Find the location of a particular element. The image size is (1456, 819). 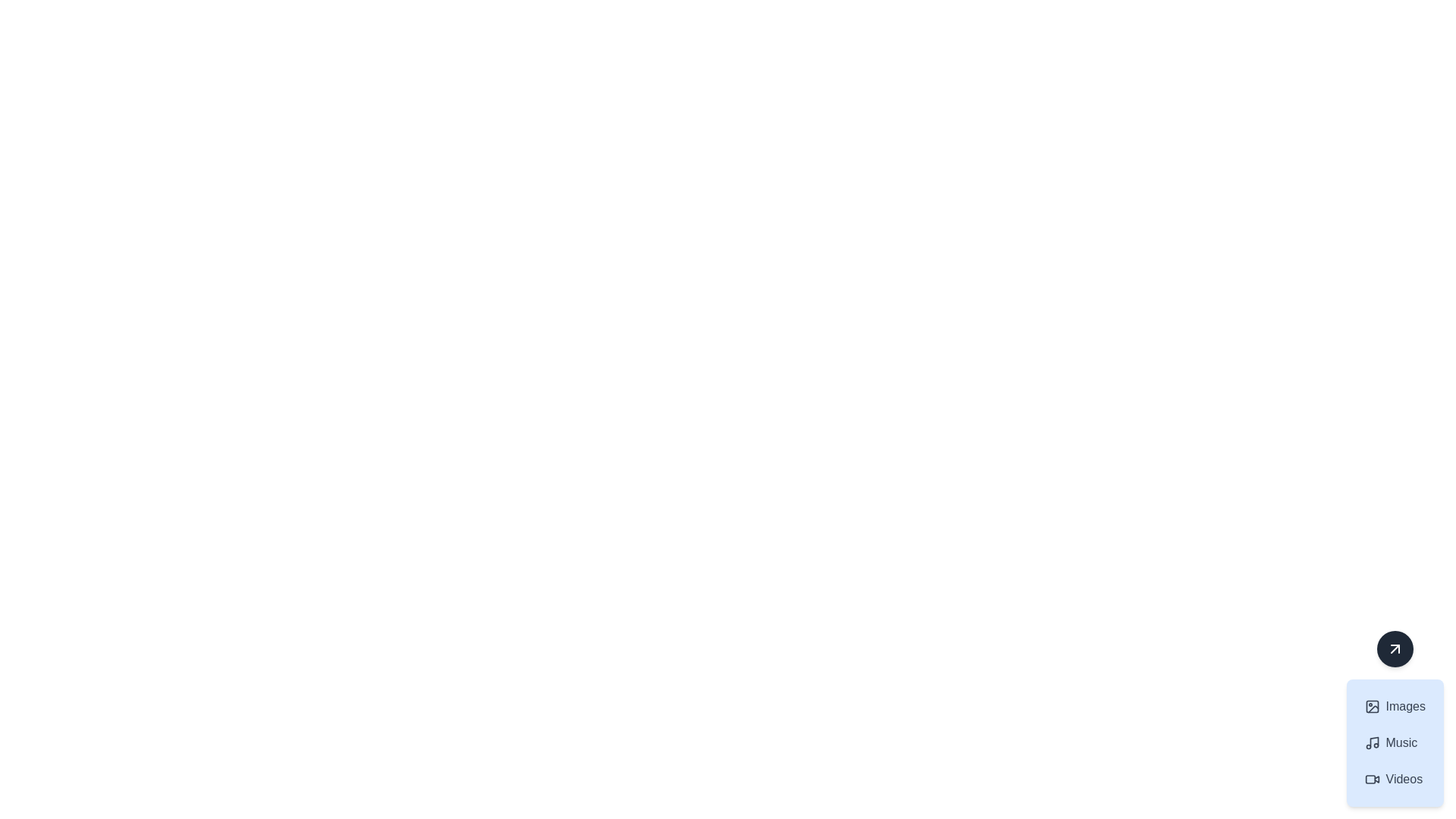

the musical note icon which is styled in gray color and located to the immediate left of the 'Music' text label in a vertical menu list is located at coordinates (1372, 742).